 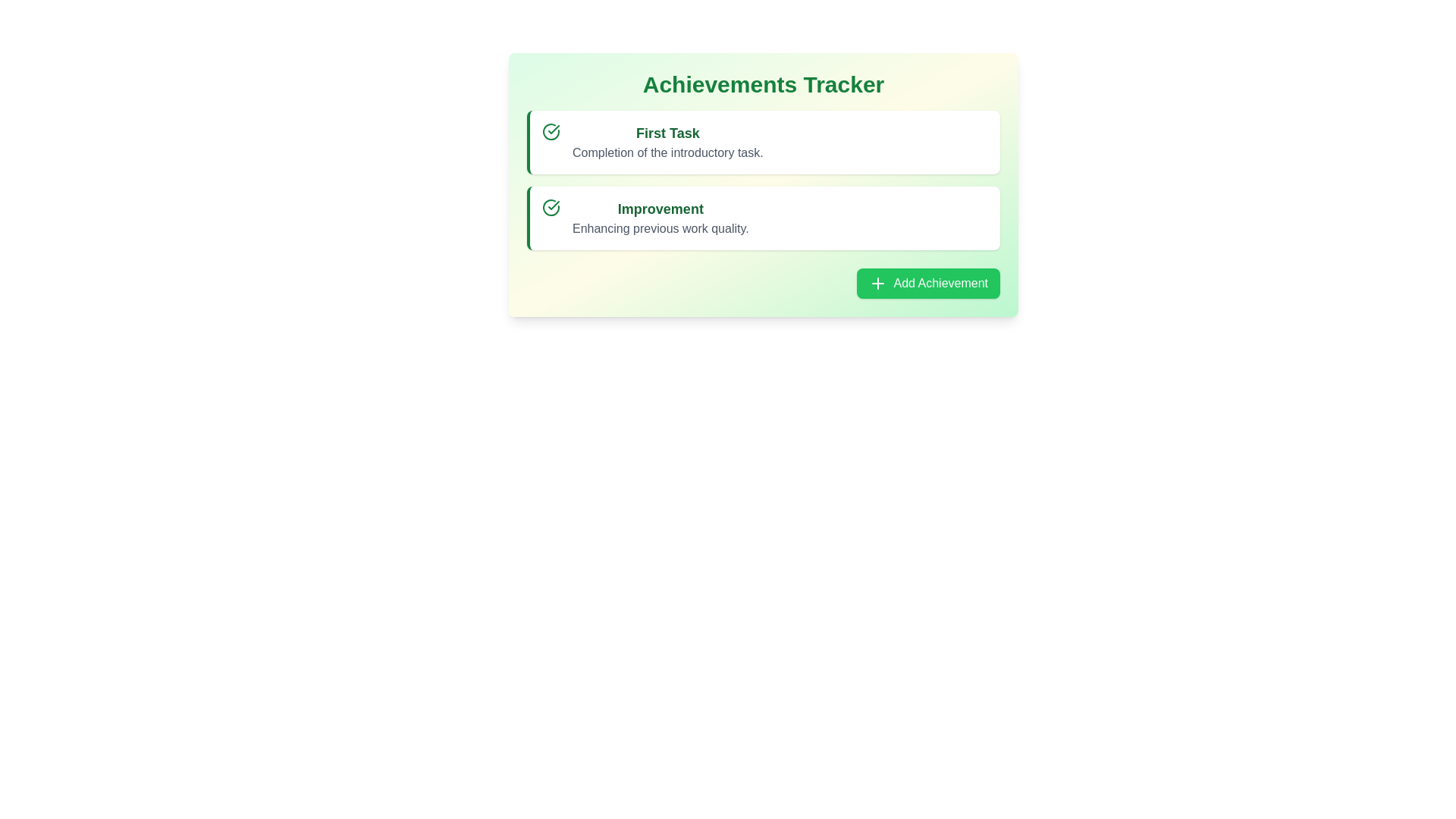 What do you see at coordinates (661, 218) in the screenshot?
I see `the text-based list item labeled 'Improvement' which is styled in bold green and contains the description 'Enhancing previous work quality' beneath it` at bounding box center [661, 218].